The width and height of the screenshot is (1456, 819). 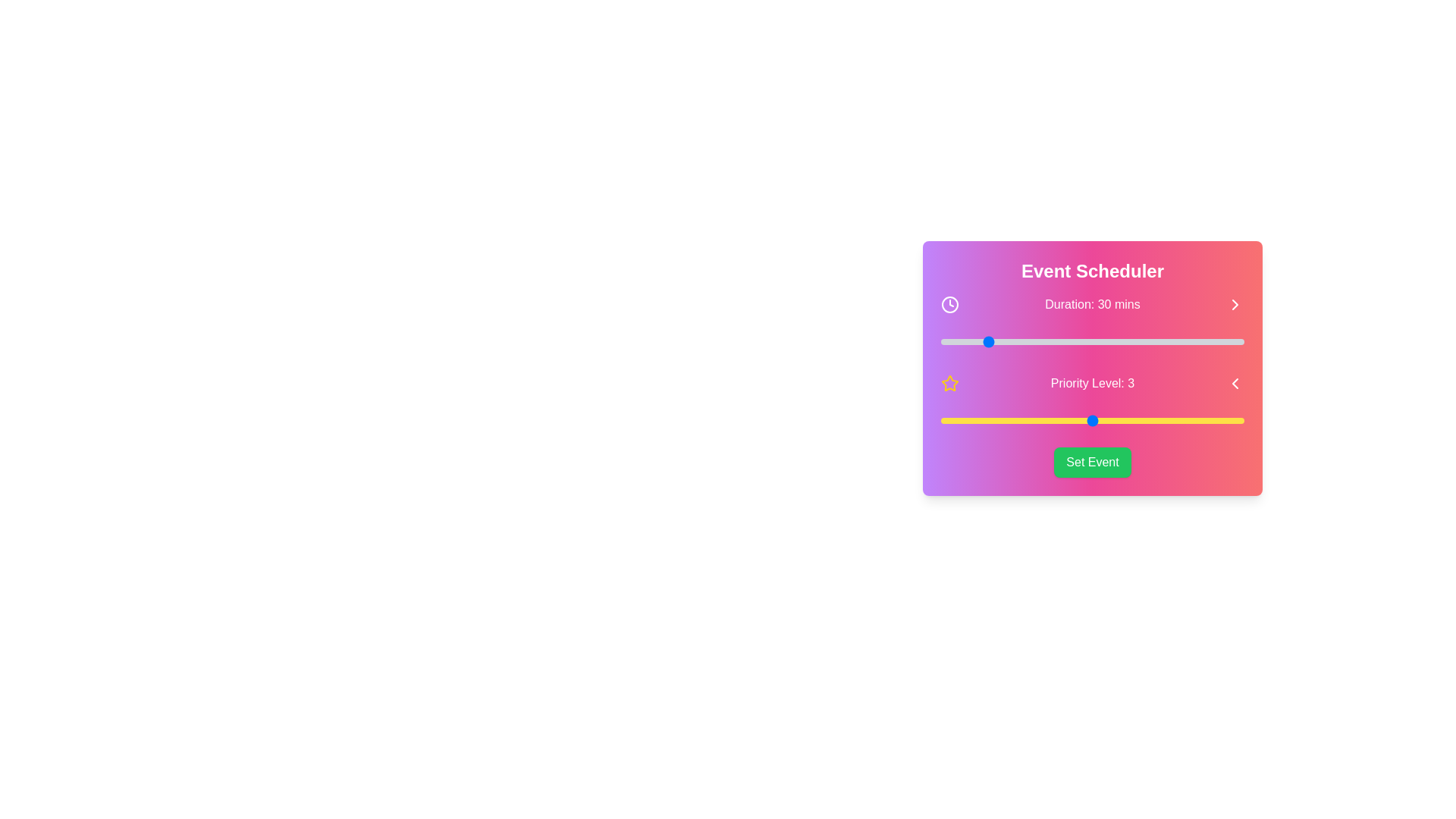 What do you see at coordinates (966, 342) in the screenshot?
I see `the slider` at bounding box center [966, 342].